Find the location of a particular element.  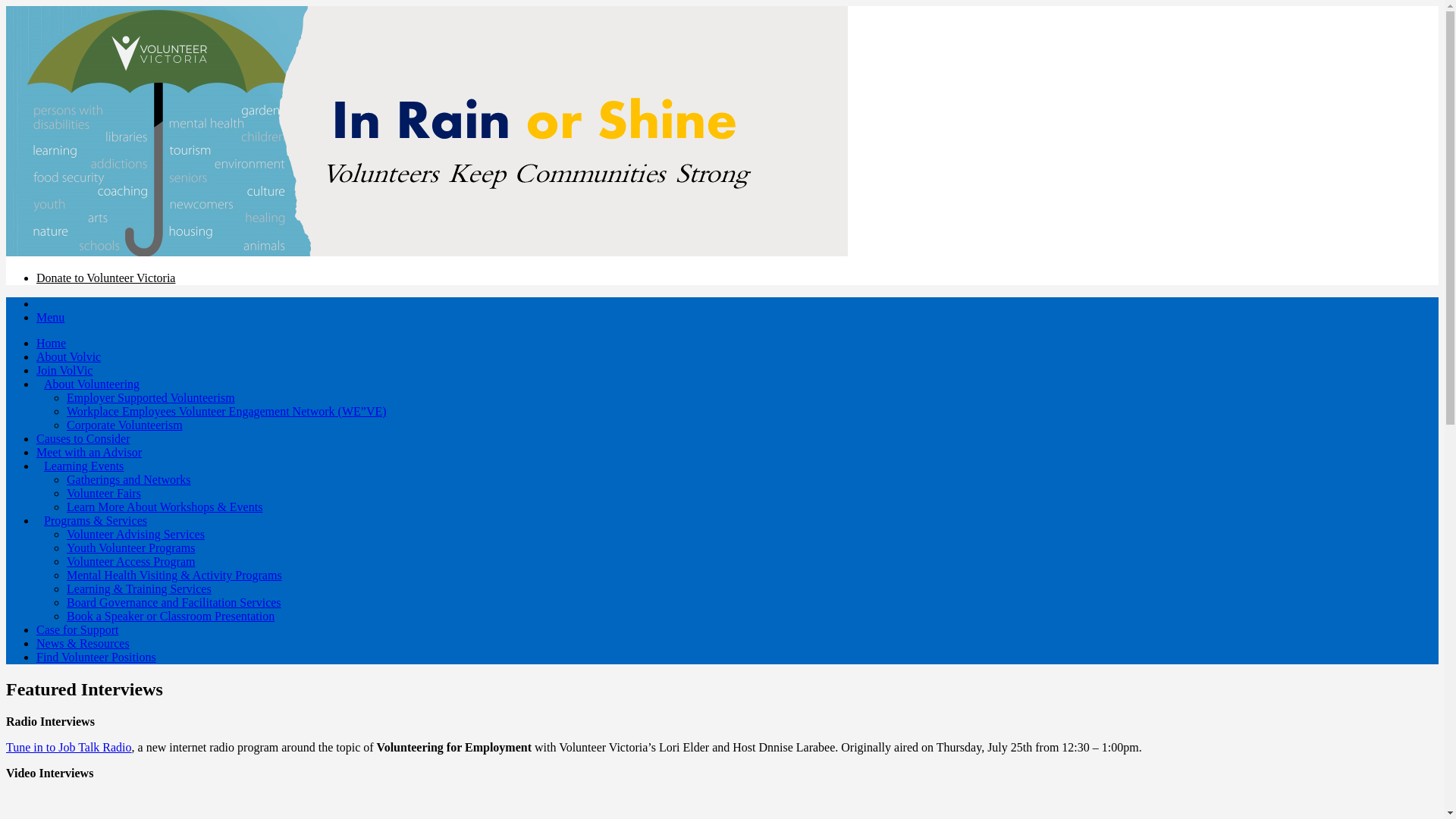

'Join VolVic' is located at coordinates (64, 370).